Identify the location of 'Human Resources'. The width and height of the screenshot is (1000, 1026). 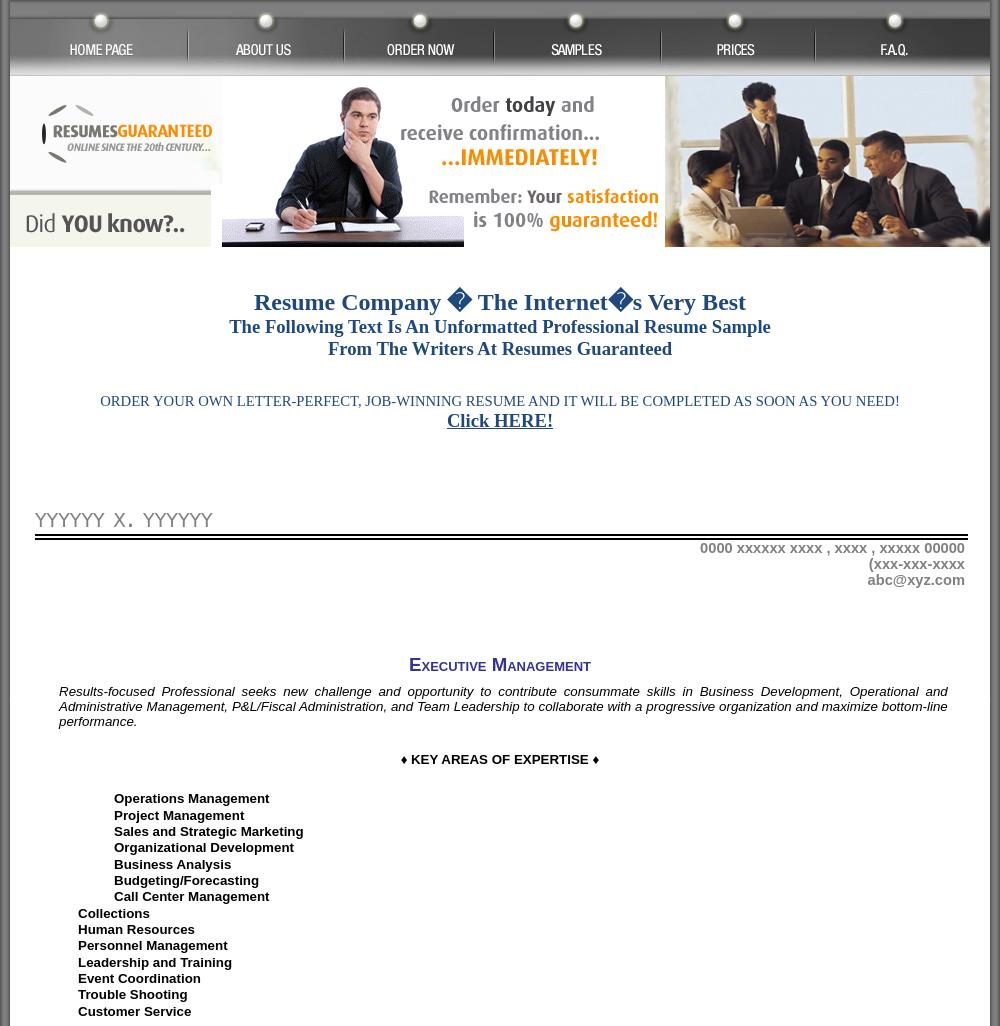
(136, 928).